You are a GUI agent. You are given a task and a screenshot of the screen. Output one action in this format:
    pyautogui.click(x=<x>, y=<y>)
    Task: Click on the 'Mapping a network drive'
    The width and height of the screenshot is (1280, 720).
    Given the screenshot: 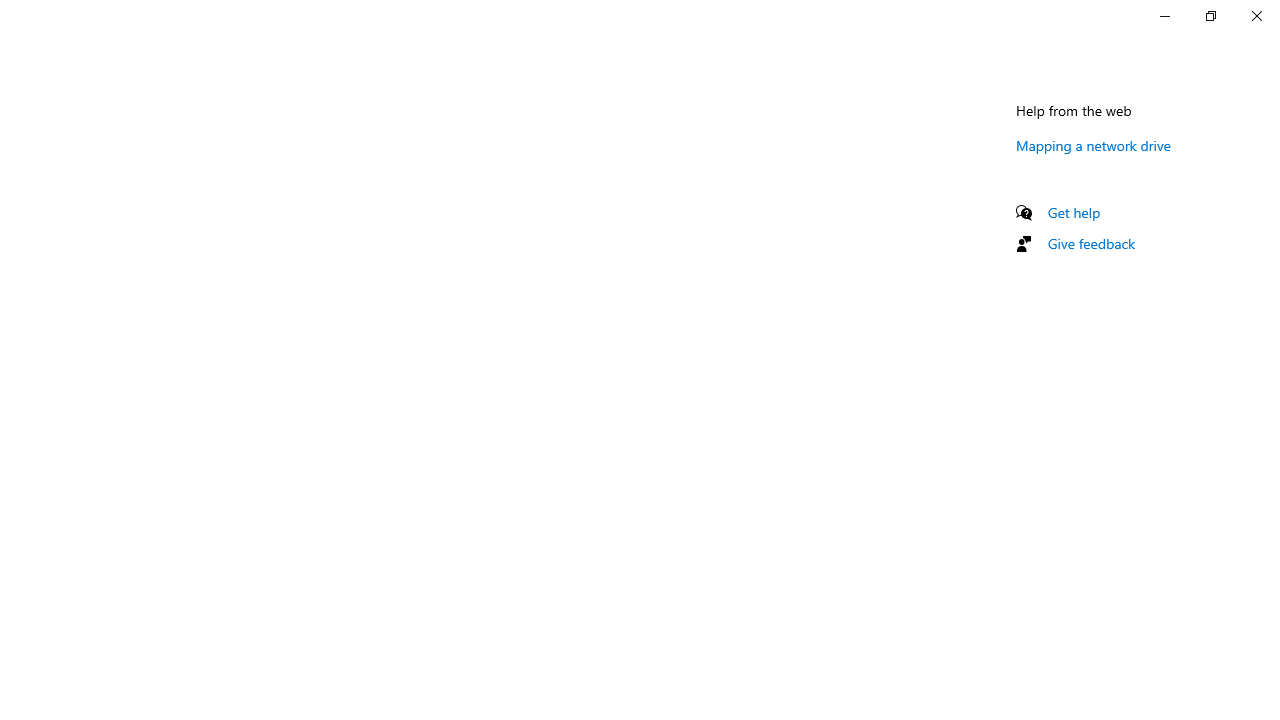 What is the action you would take?
    pyautogui.click(x=1093, y=144)
    